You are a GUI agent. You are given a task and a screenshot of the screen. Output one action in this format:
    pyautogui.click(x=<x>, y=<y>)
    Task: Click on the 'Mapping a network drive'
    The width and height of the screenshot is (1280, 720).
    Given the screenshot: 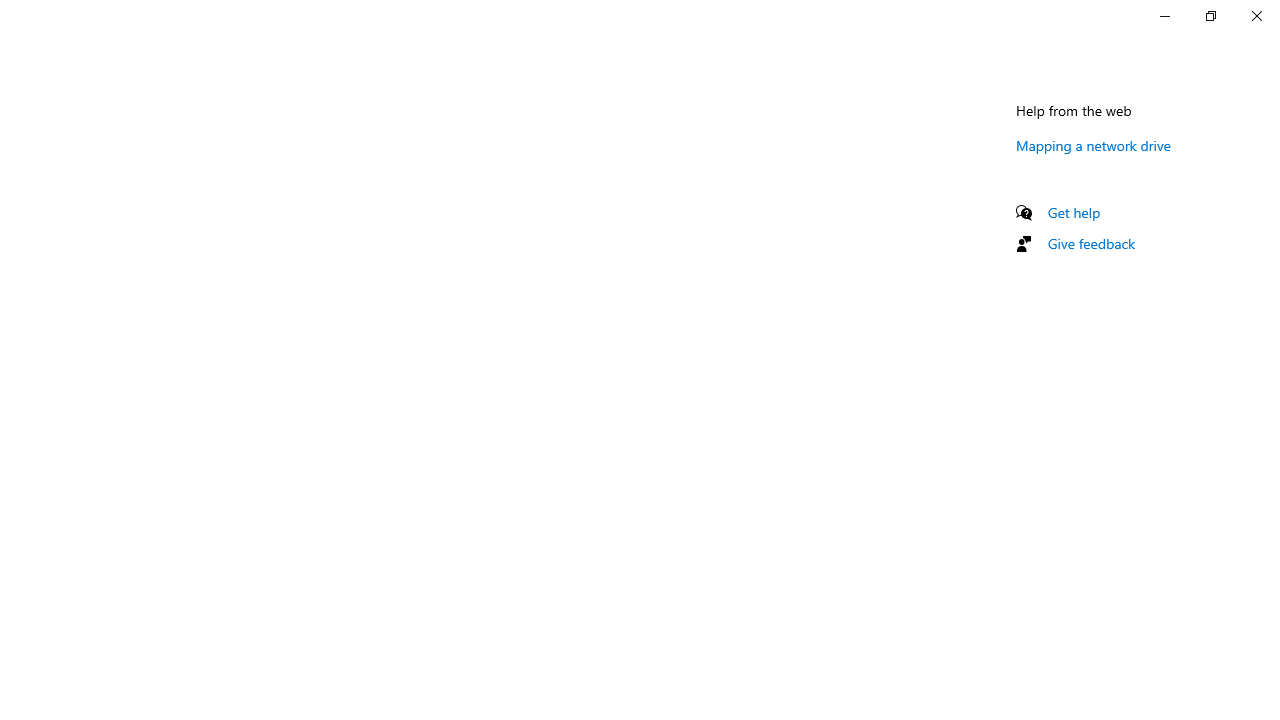 What is the action you would take?
    pyautogui.click(x=1093, y=144)
    